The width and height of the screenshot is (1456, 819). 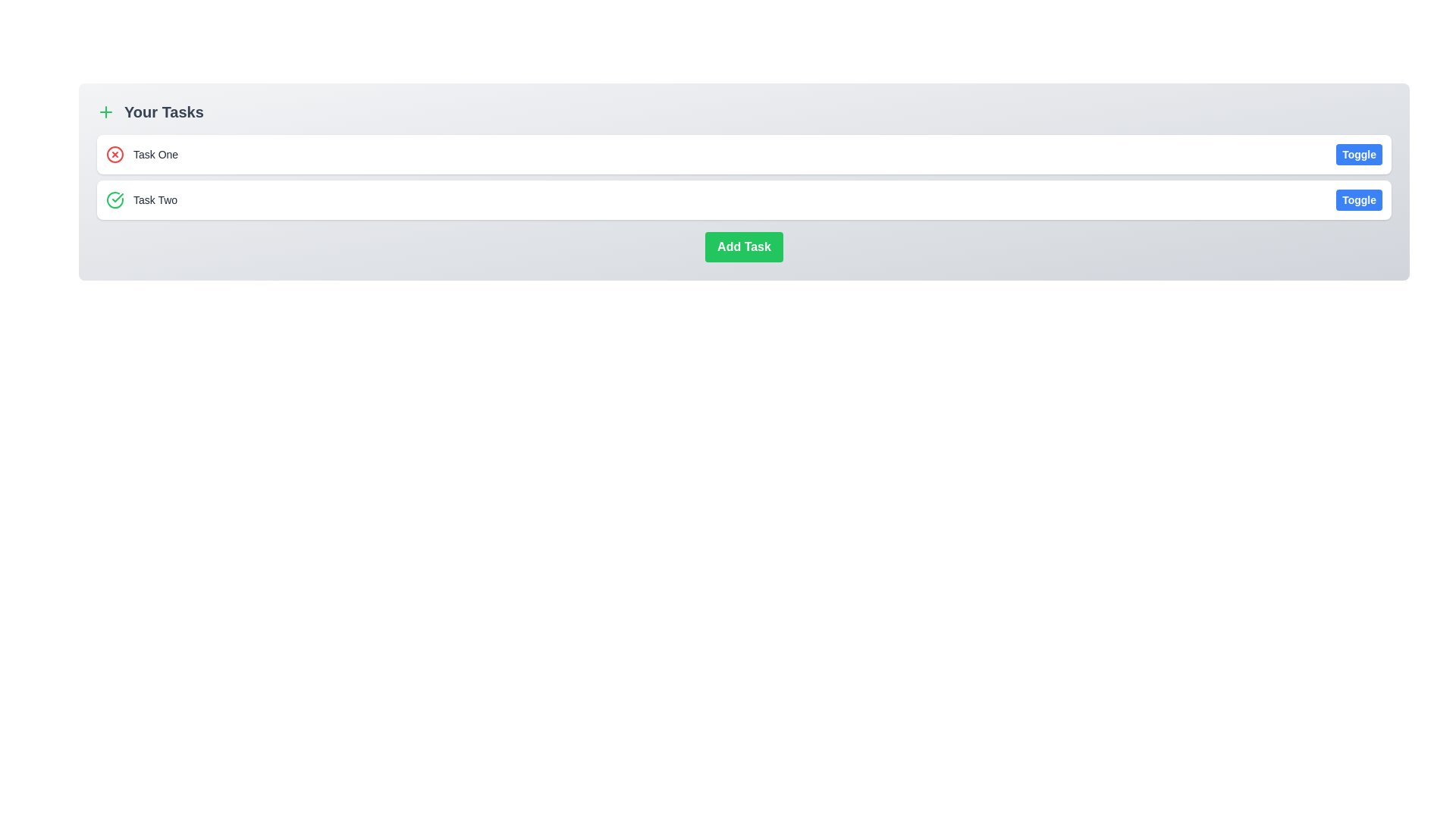 What do you see at coordinates (142, 199) in the screenshot?
I see `text label 'Task Two' which is styled with a small font and medium weight, located in the second task row of the task list, beside a green checkmark icon` at bounding box center [142, 199].